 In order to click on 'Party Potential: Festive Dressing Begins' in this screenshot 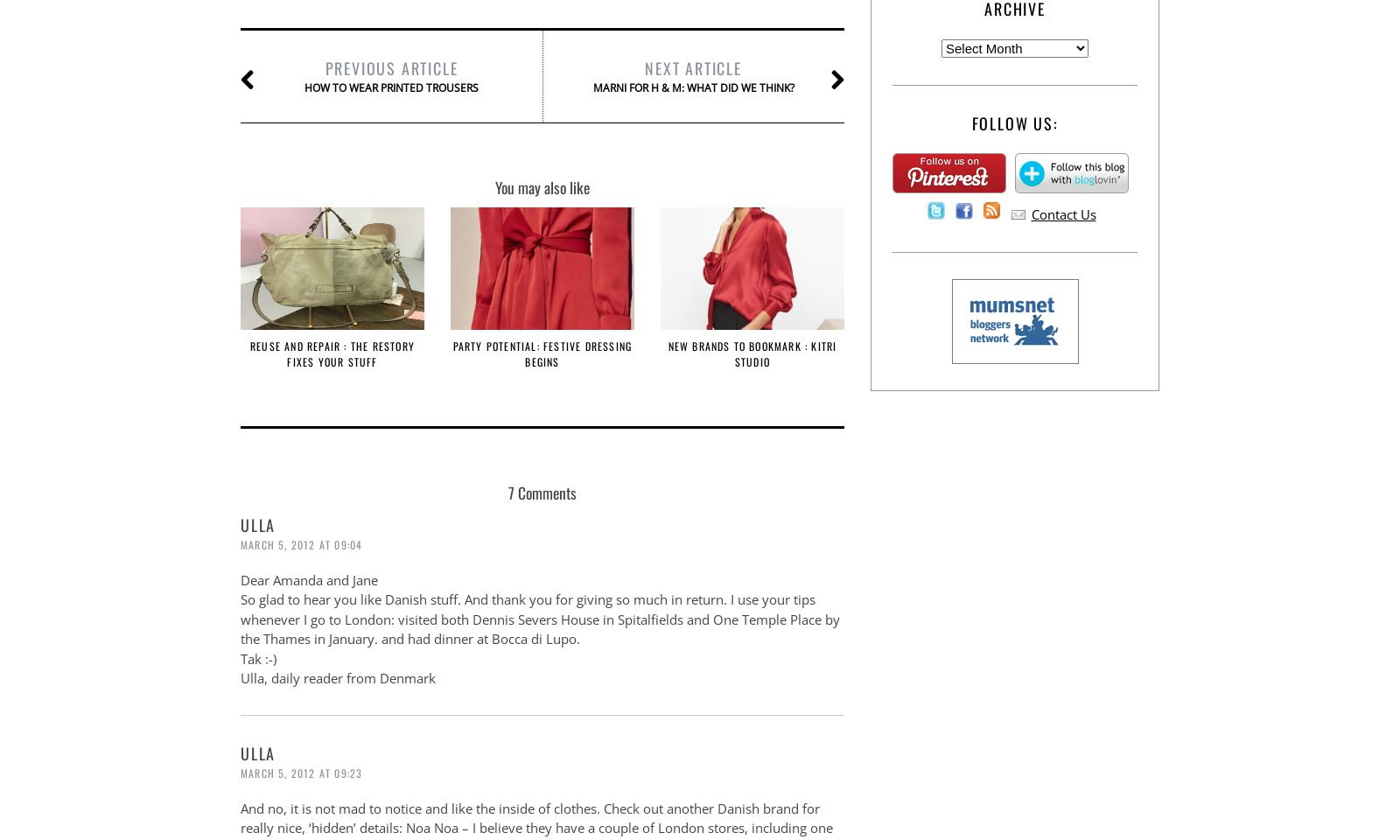, I will do `click(451, 353)`.